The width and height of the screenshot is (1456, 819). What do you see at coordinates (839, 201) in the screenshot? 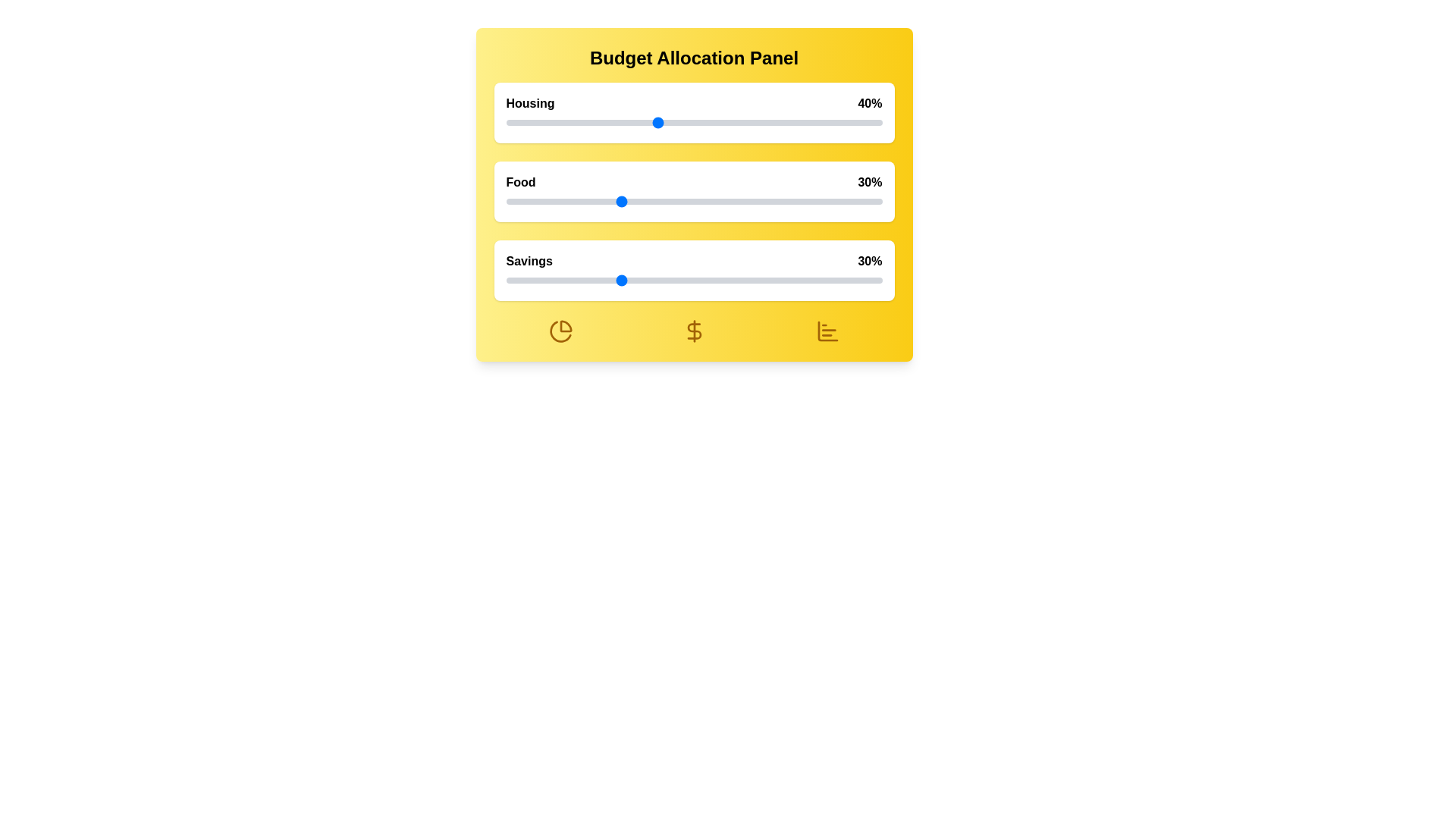
I see `the allocation percentage for 'Food'` at bounding box center [839, 201].